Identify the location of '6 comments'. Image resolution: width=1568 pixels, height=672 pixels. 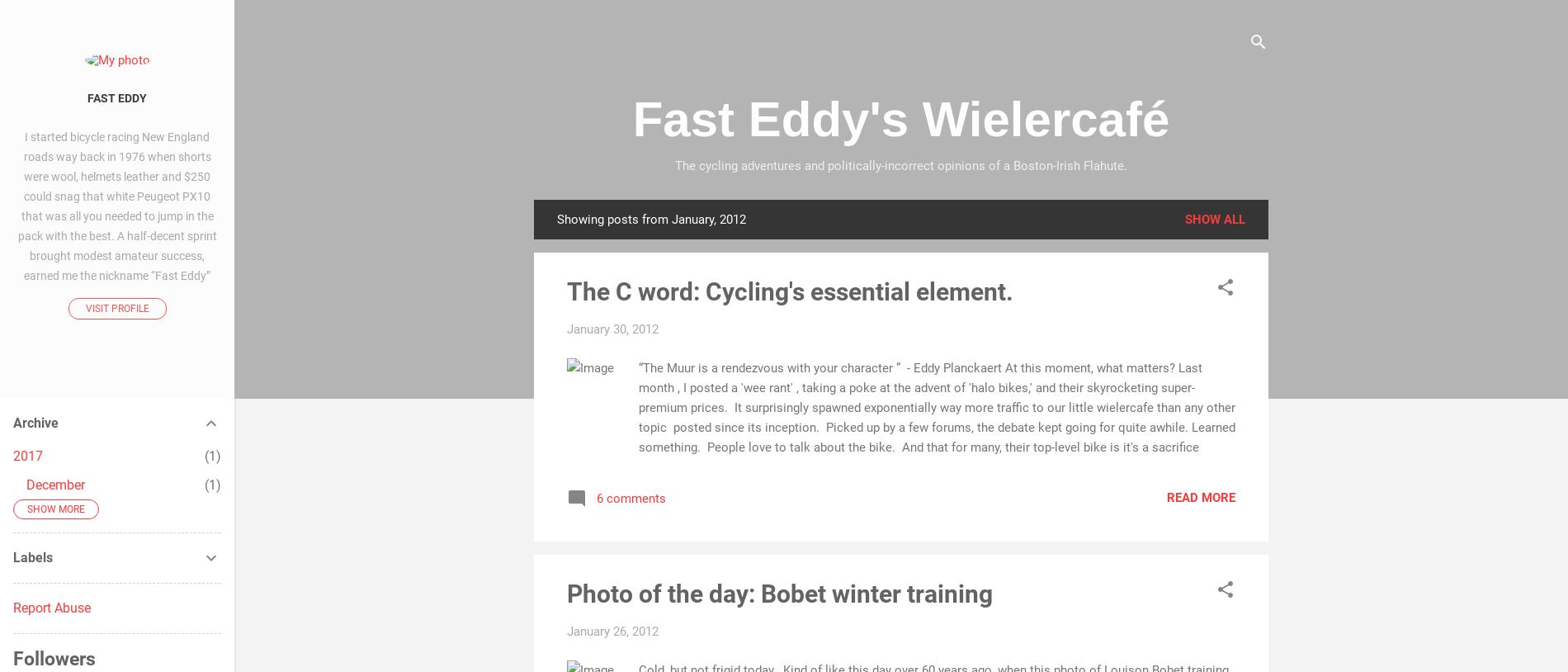
(630, 497).